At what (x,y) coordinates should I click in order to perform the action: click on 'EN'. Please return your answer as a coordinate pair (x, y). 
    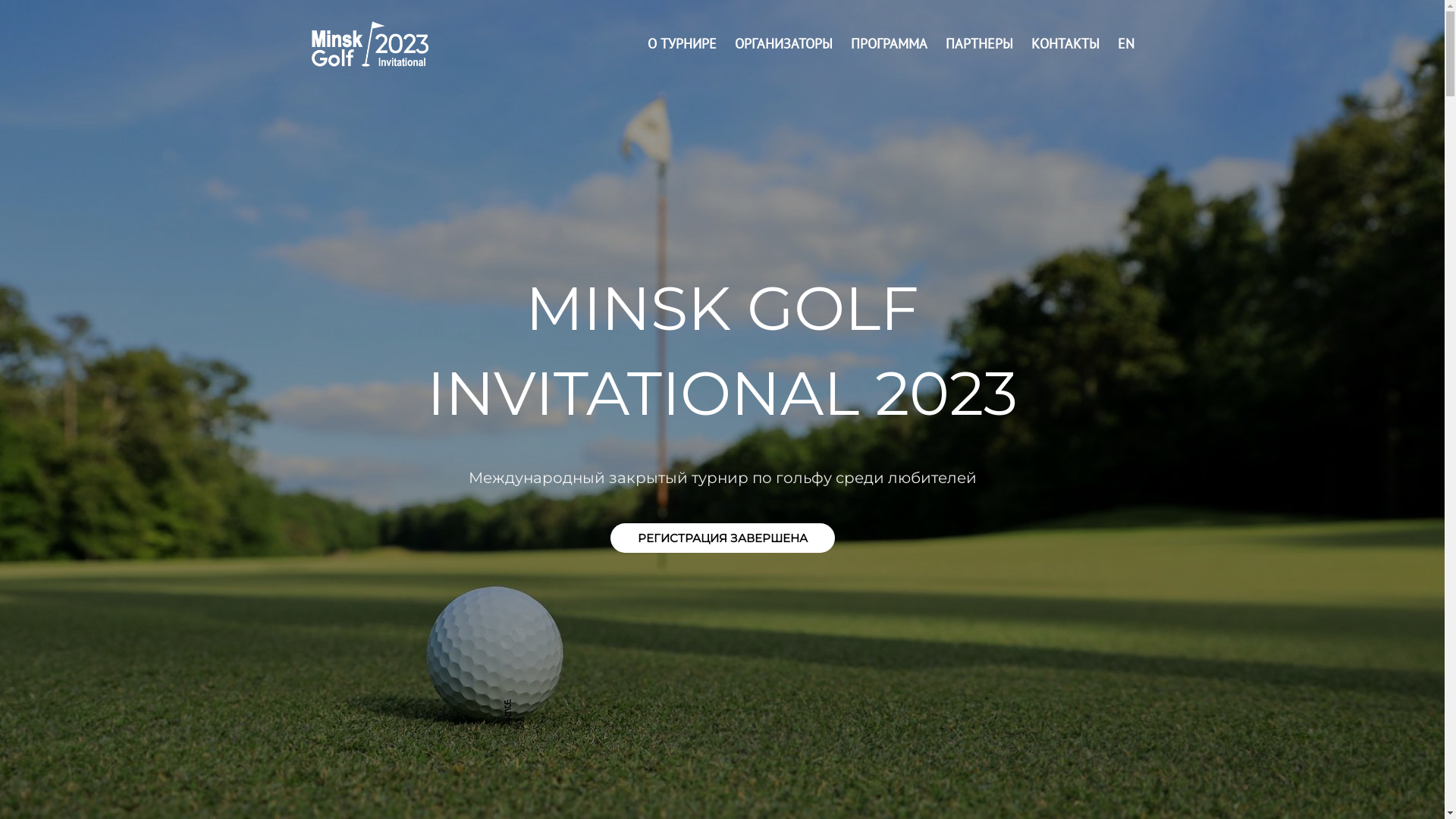
    Looking at the image, I should click on (1125, 43).